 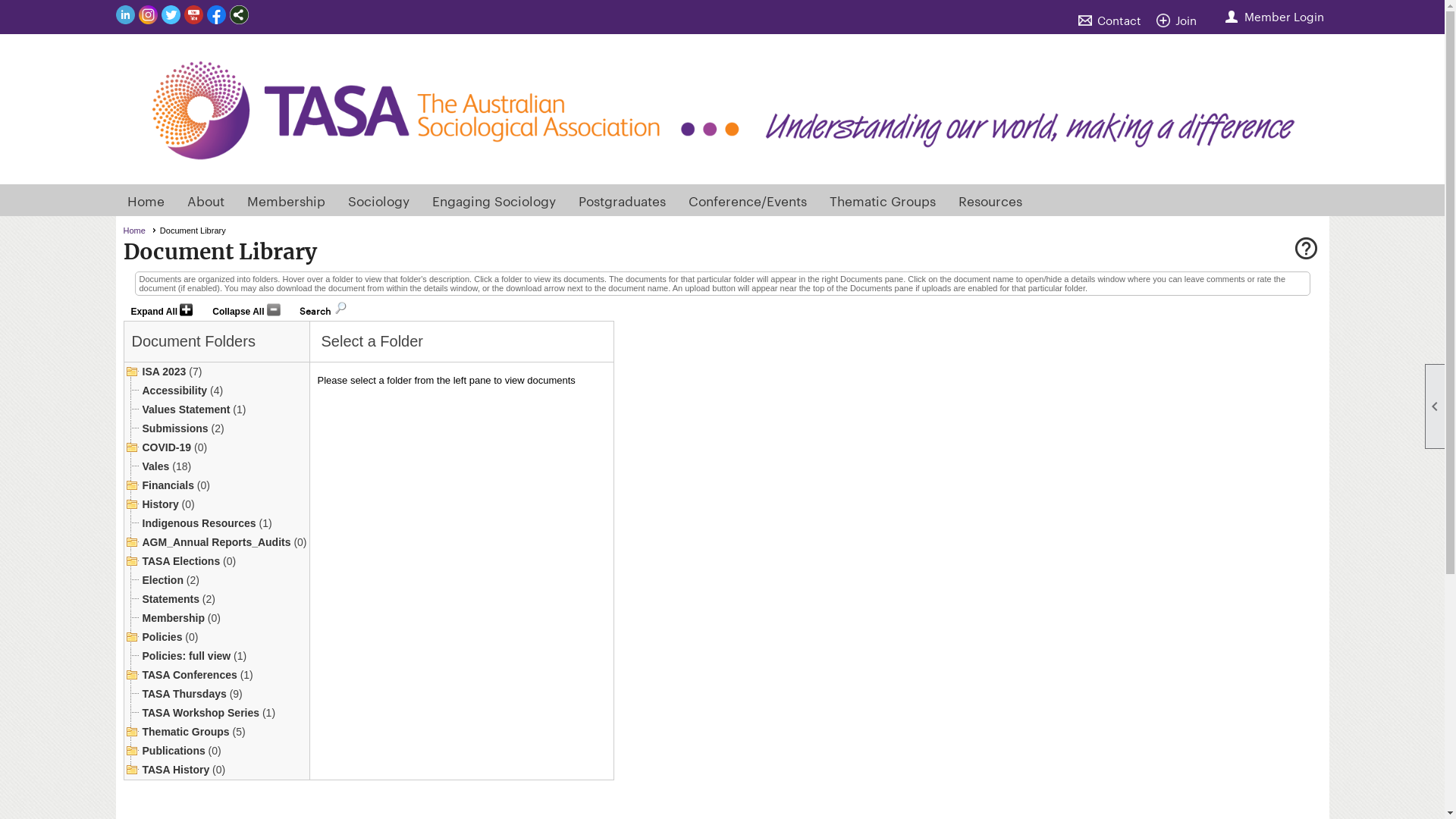 What do you see at coordinates (237, 14) in the screenshot?
I see `'Click here for more sharing options'` at bounding box center [237, 14].